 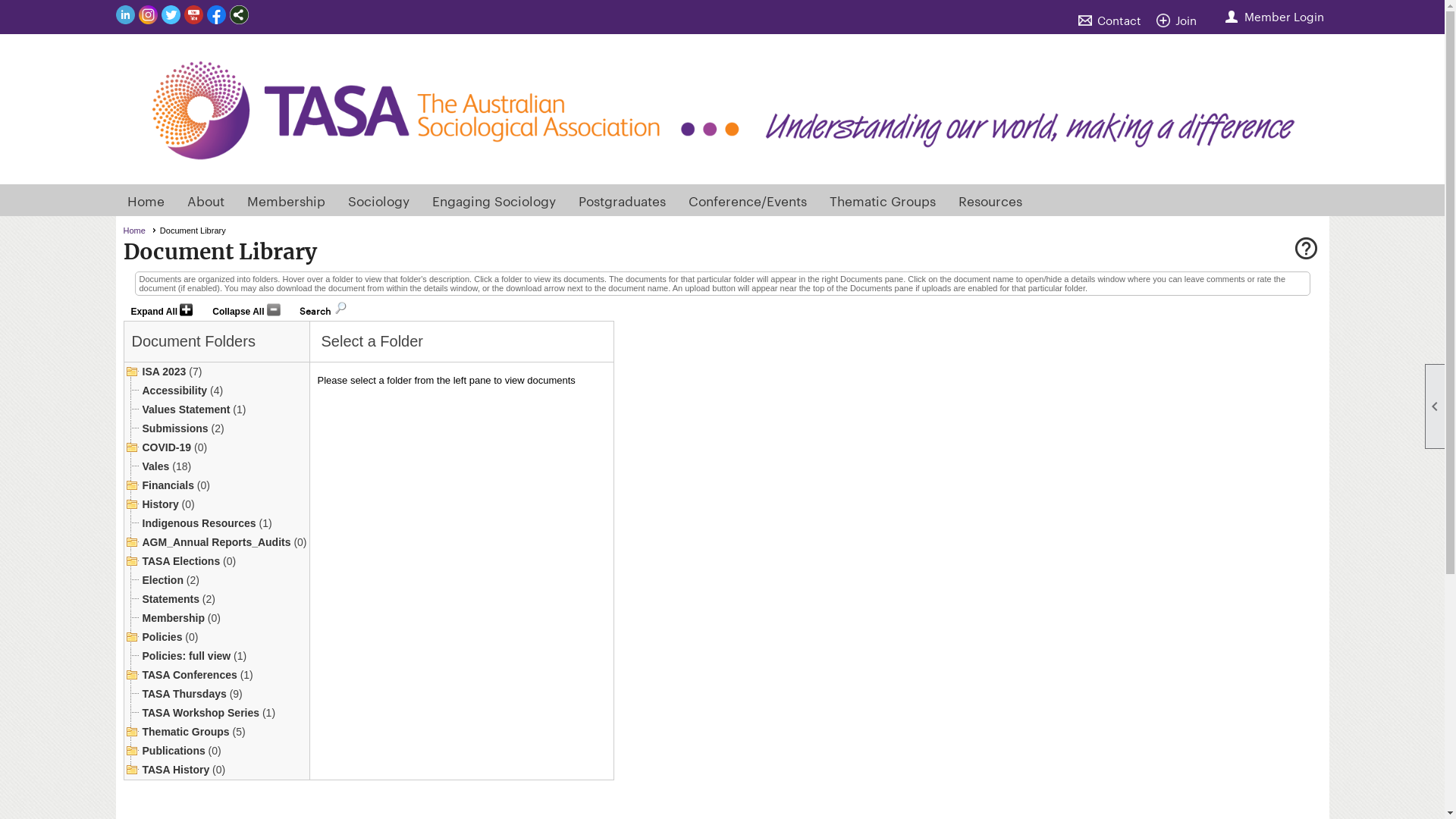 What do you see at coordinates (237, 14) in the screenshot?
I see `'Click here for more sharing options'` at bounding box center [237, 14].